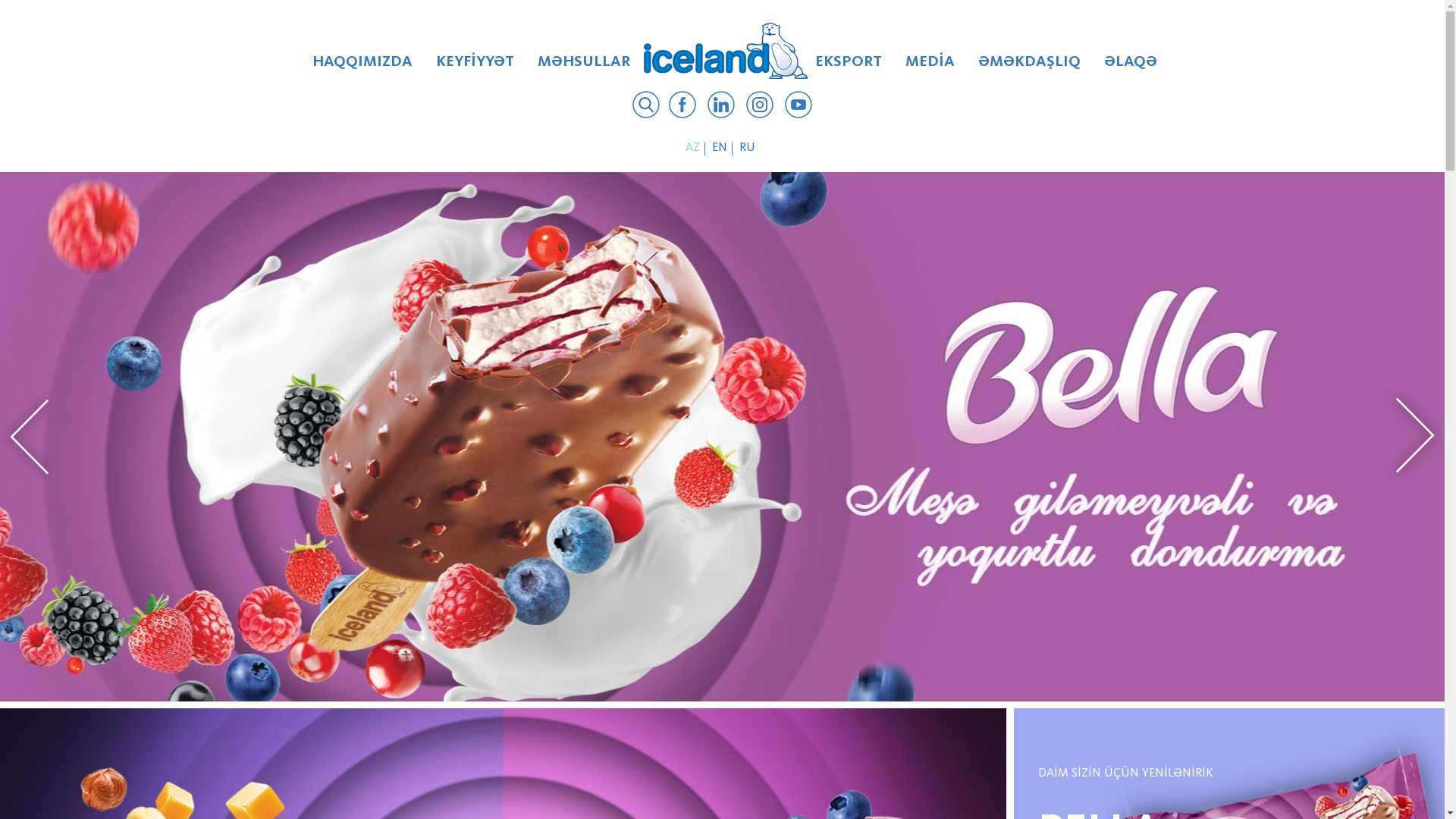 The image size is (1456, 819). I want to click on 'Instagram', so click(760, 106).